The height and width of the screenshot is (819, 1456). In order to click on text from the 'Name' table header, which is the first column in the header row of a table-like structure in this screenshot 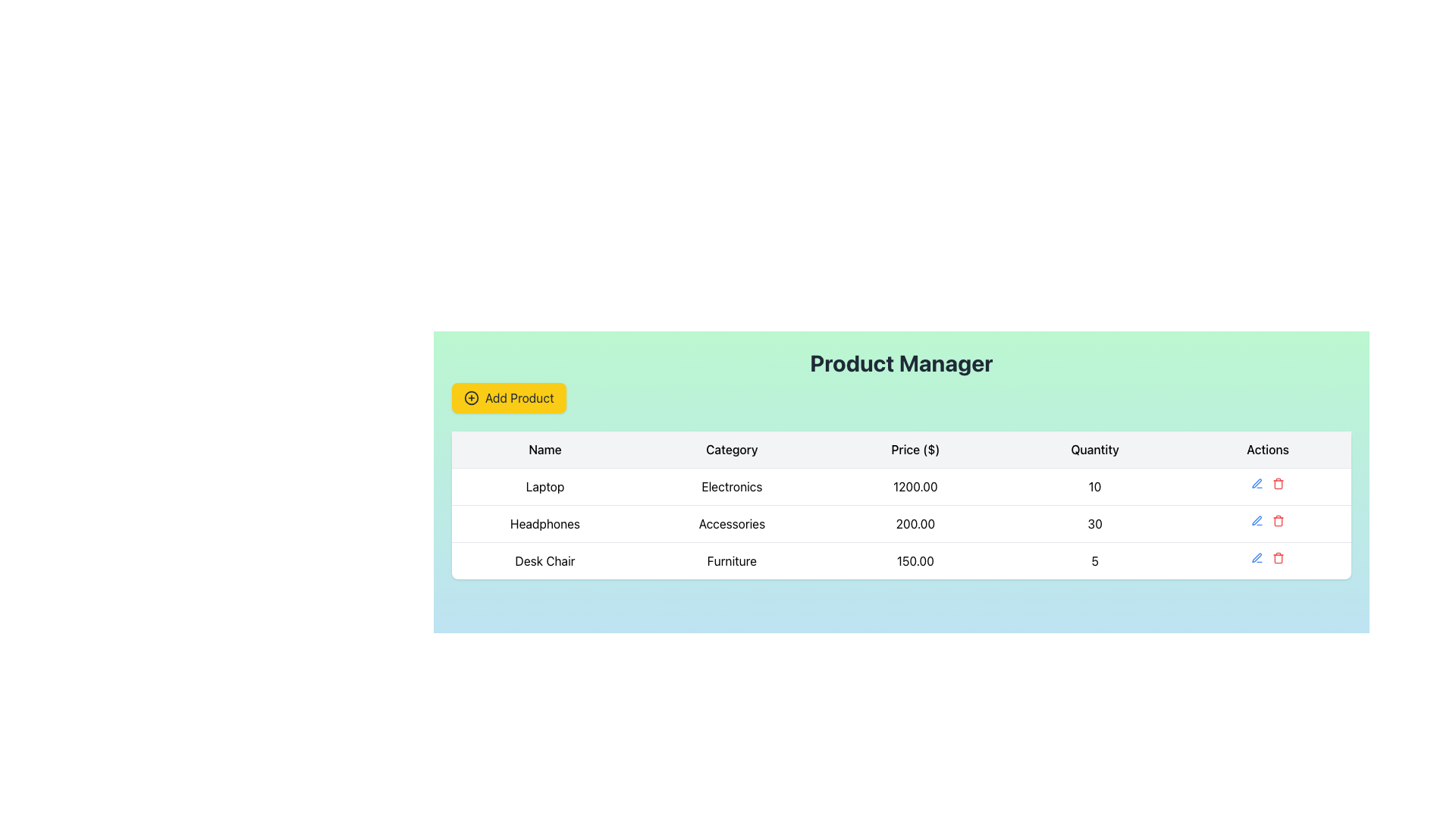, I will do `click(545, 449)`.